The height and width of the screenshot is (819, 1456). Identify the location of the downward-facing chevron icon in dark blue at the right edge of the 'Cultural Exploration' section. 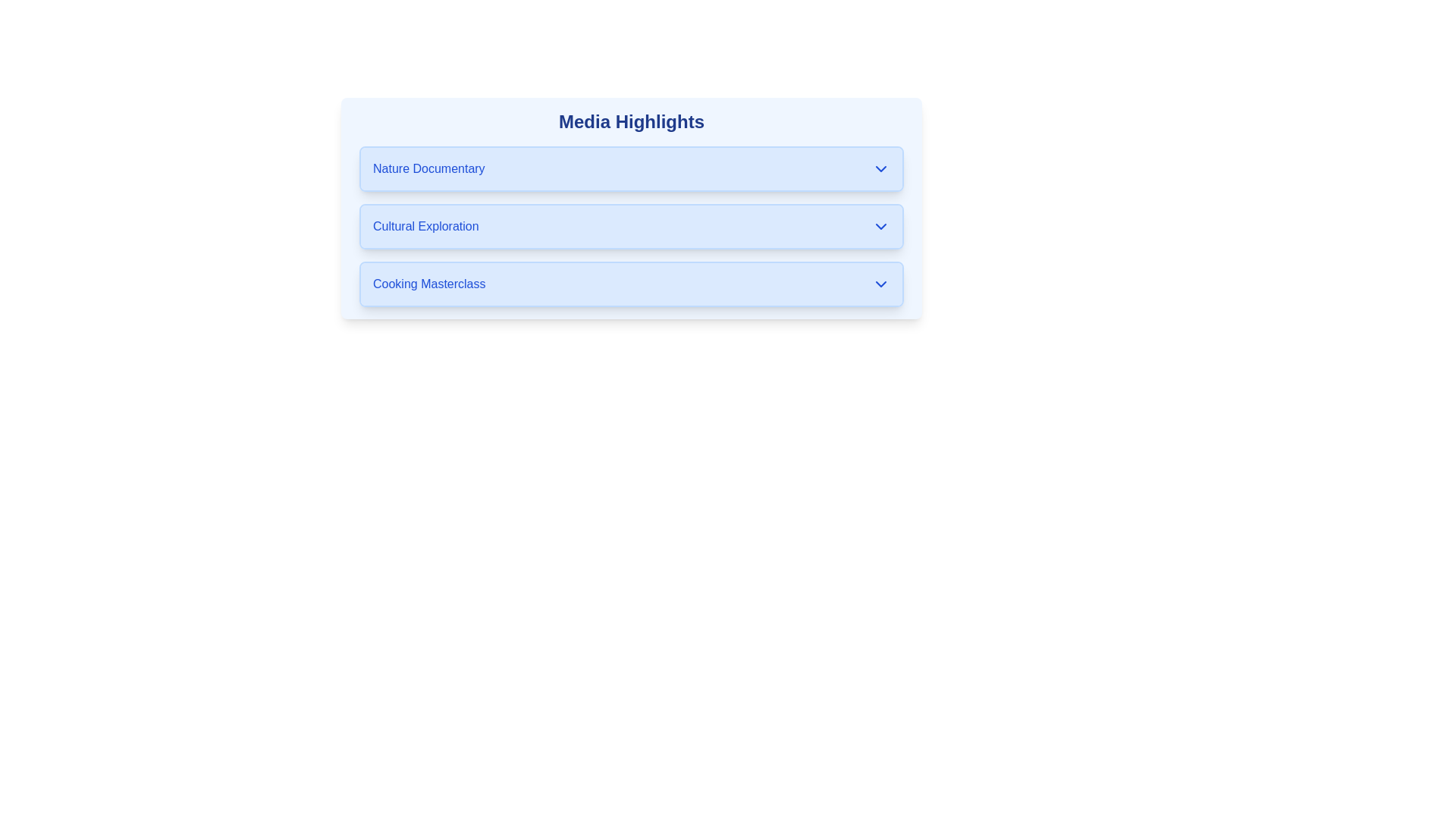
(880, 227).